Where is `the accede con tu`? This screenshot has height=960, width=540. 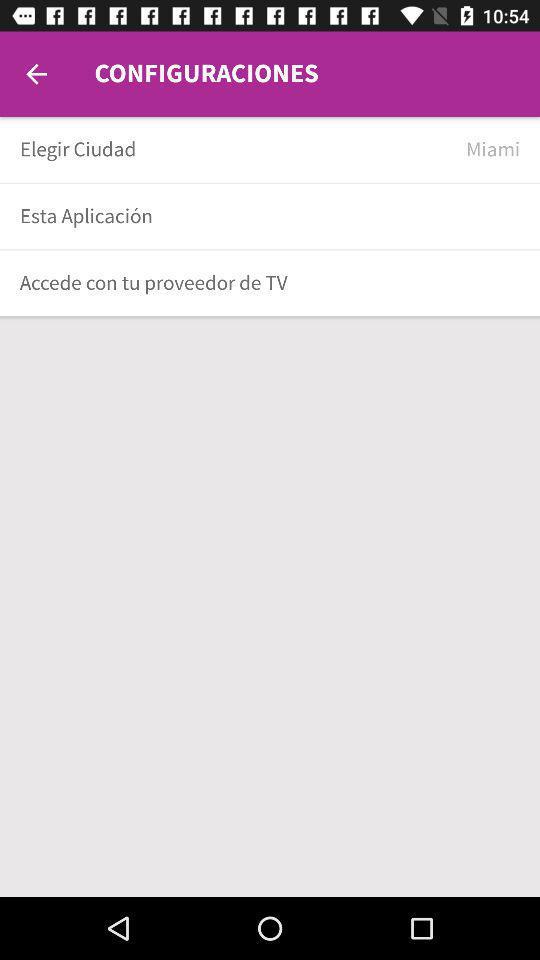
the accede con tu is located at coordinates (263, 282).